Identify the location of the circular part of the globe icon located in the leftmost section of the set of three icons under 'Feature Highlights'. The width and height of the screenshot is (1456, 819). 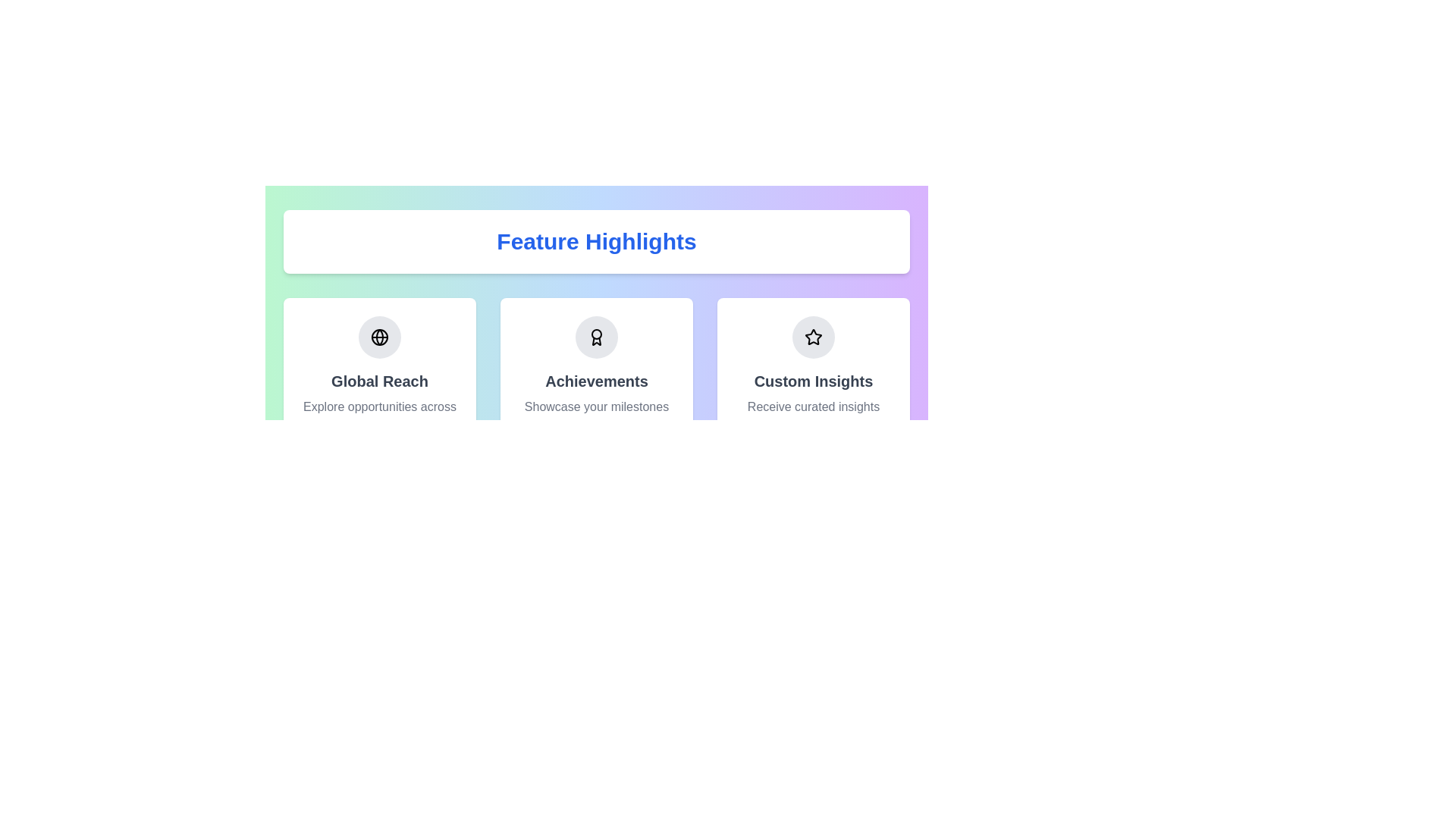
(379, 336).